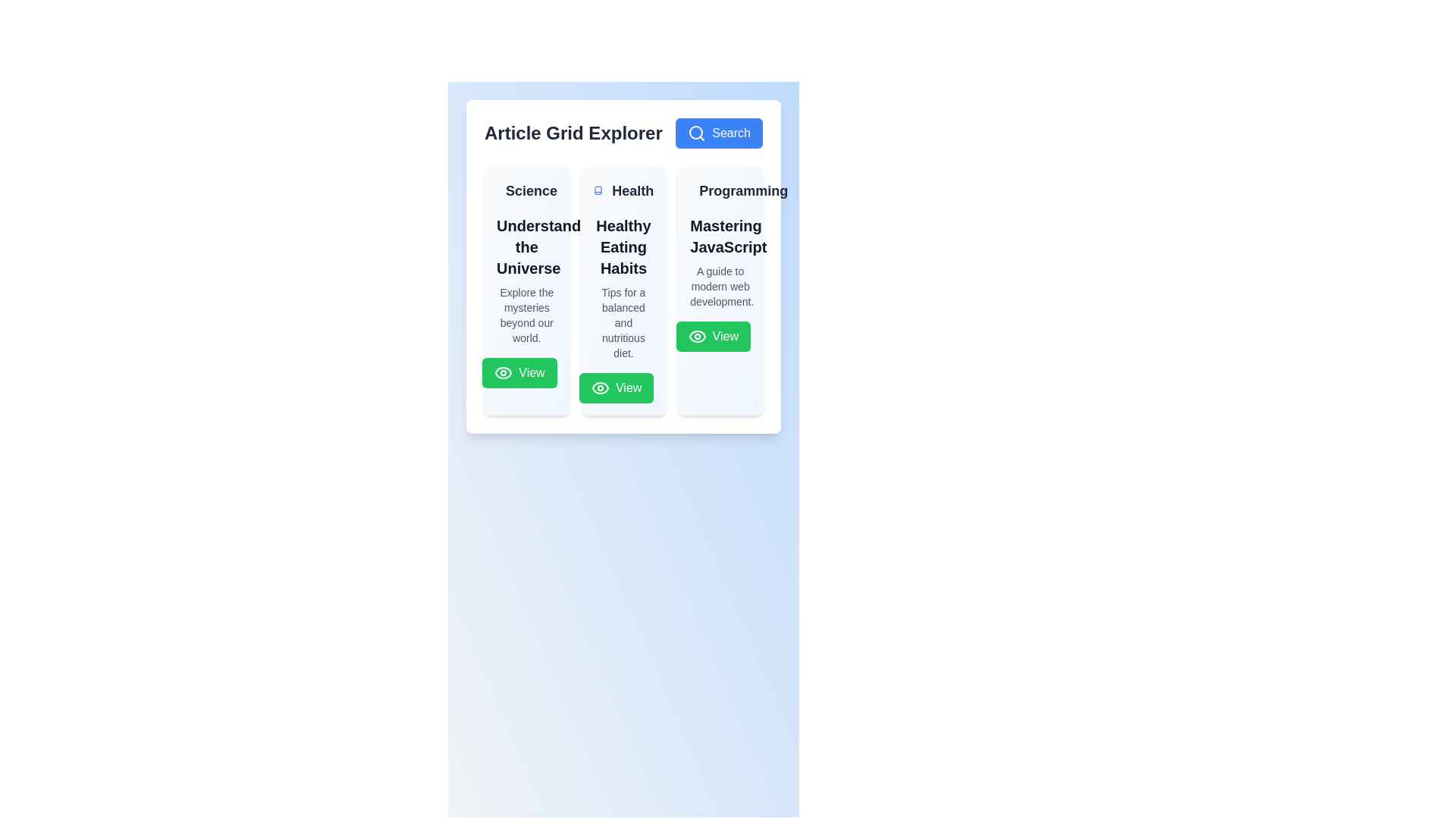 This screenshot has width=1456, height=819. I want to click on information displayed on the health article card titled 'Healthy Eating Habits', positioned in the second column of the article grid, so click(623, 291).